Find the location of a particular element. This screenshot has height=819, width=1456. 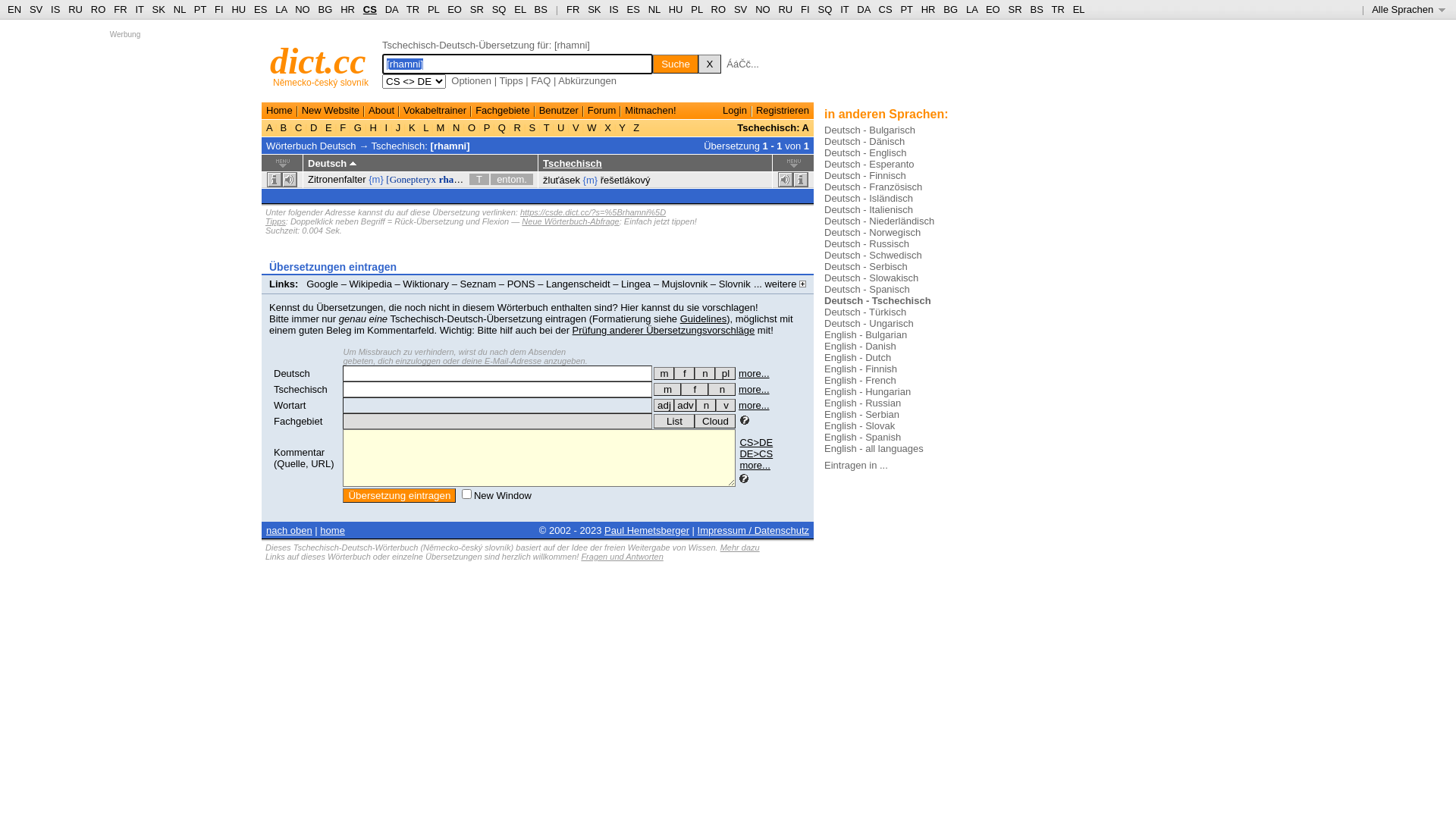

'IT' is located at coordinates (139, 9).